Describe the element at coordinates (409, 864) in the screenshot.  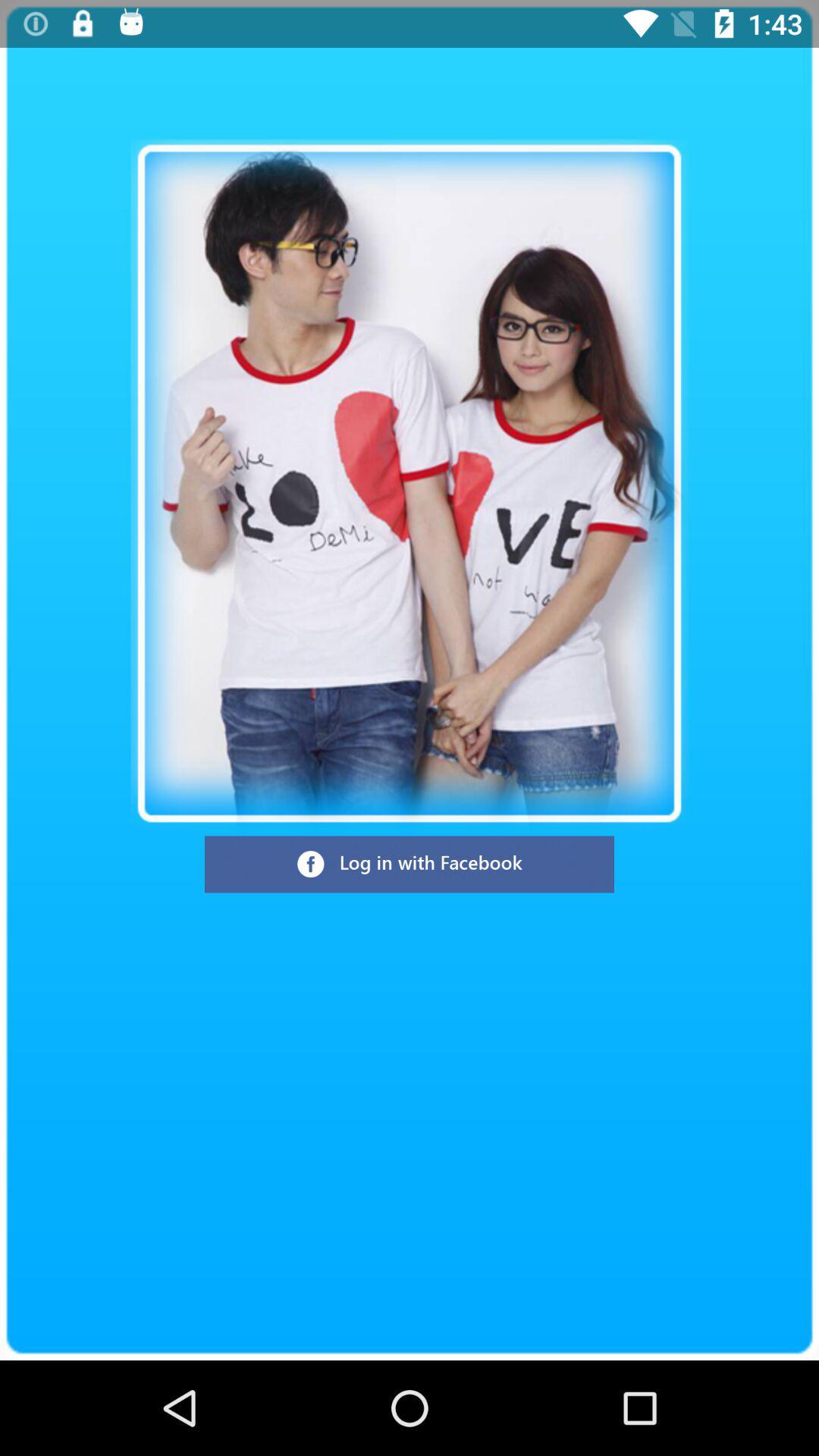
I see `log in with facebook` at that location.